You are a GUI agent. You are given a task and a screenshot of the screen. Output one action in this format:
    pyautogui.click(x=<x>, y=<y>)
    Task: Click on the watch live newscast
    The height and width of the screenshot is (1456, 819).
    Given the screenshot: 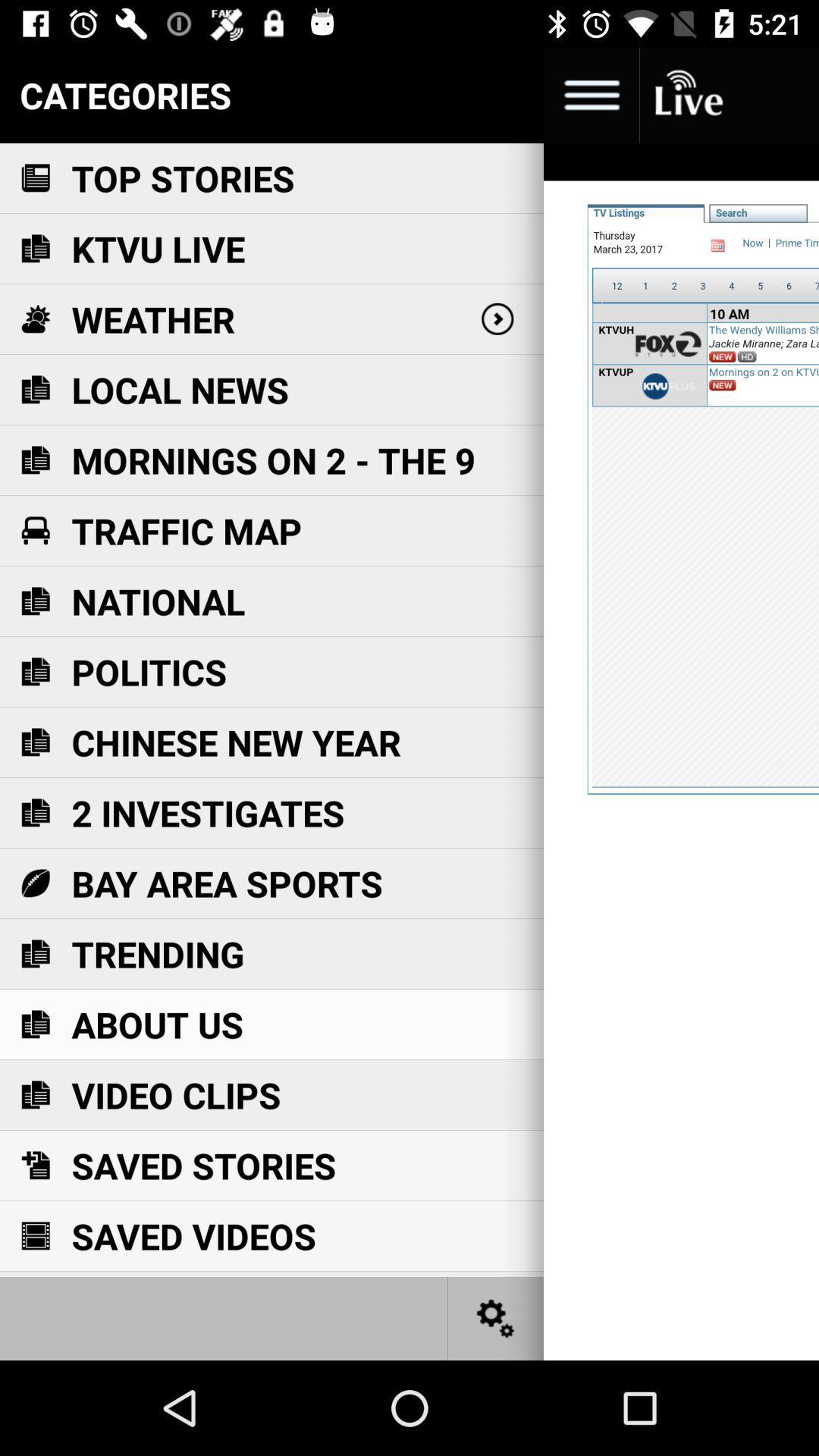 What is the action you would take?
    pyautogui.click(x=687, y=94)
    